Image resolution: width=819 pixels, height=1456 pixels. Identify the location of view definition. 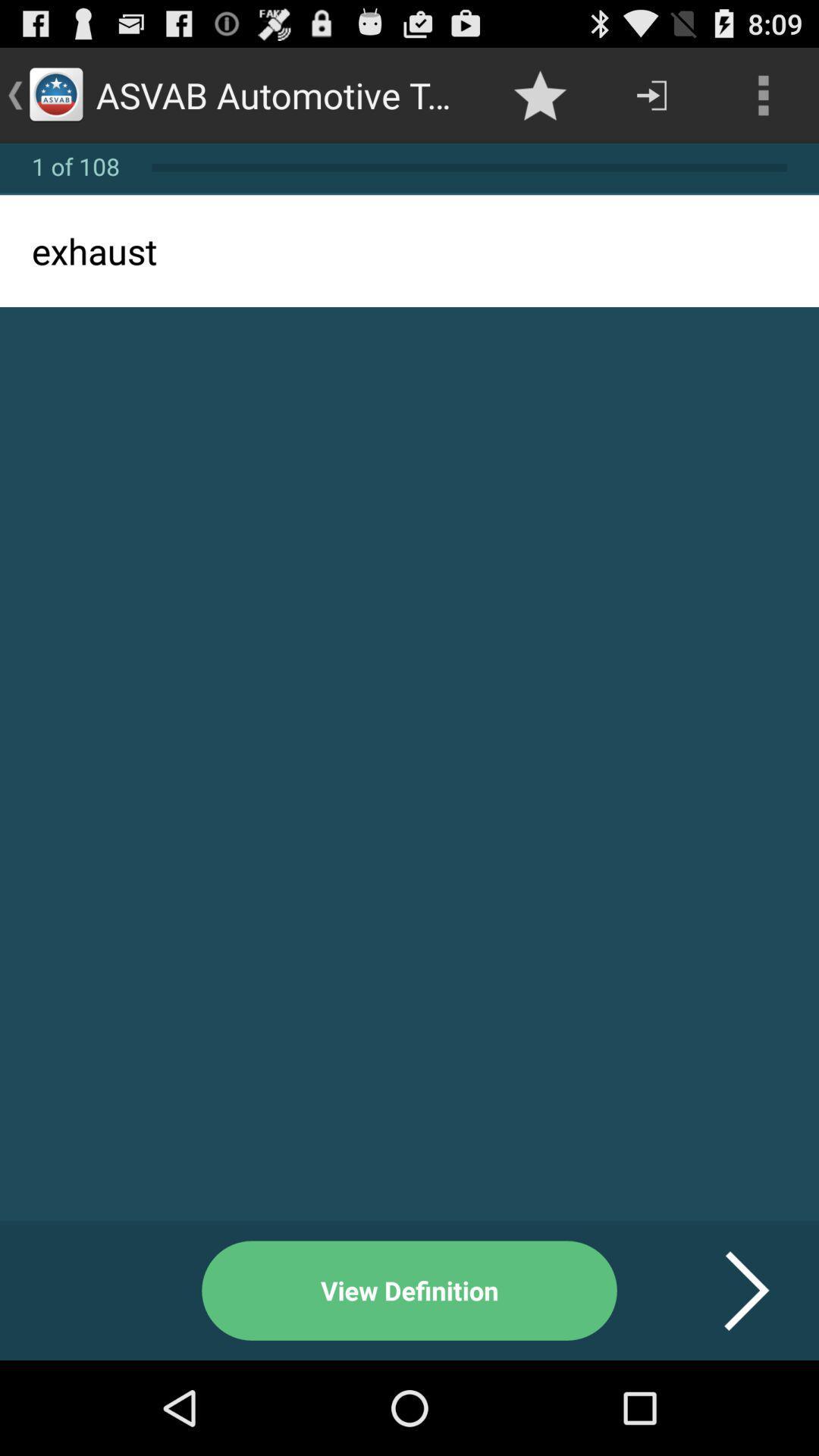
(409, 1290).